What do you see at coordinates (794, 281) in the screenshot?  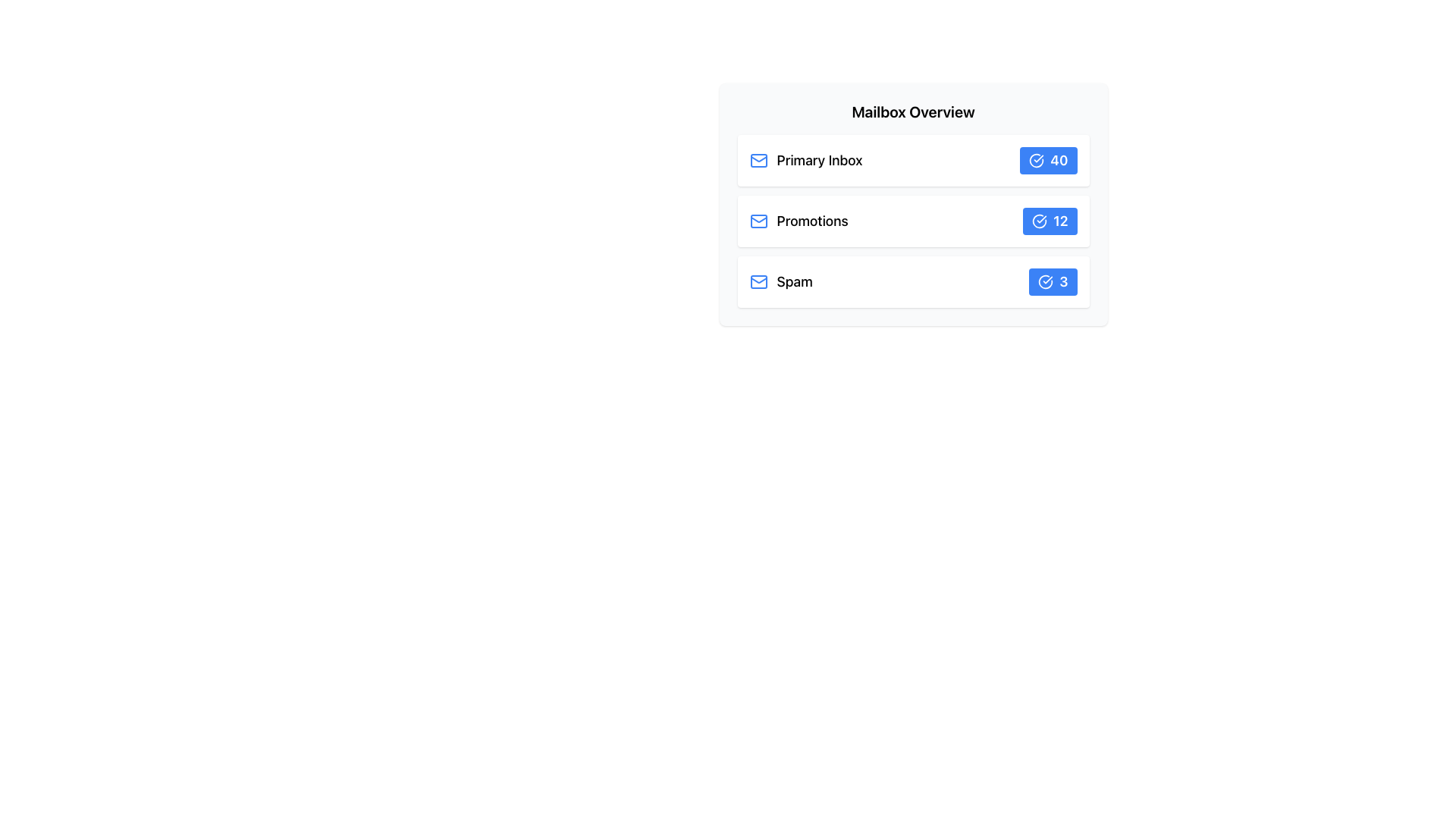 I see `the Text Label that identifies the 'Spam' category in the Mailbox Overview card, which is located at the bottom of a vertical list and is accompanied by an envelope icon and a numeric indicator` at bounding box center [794, 281].